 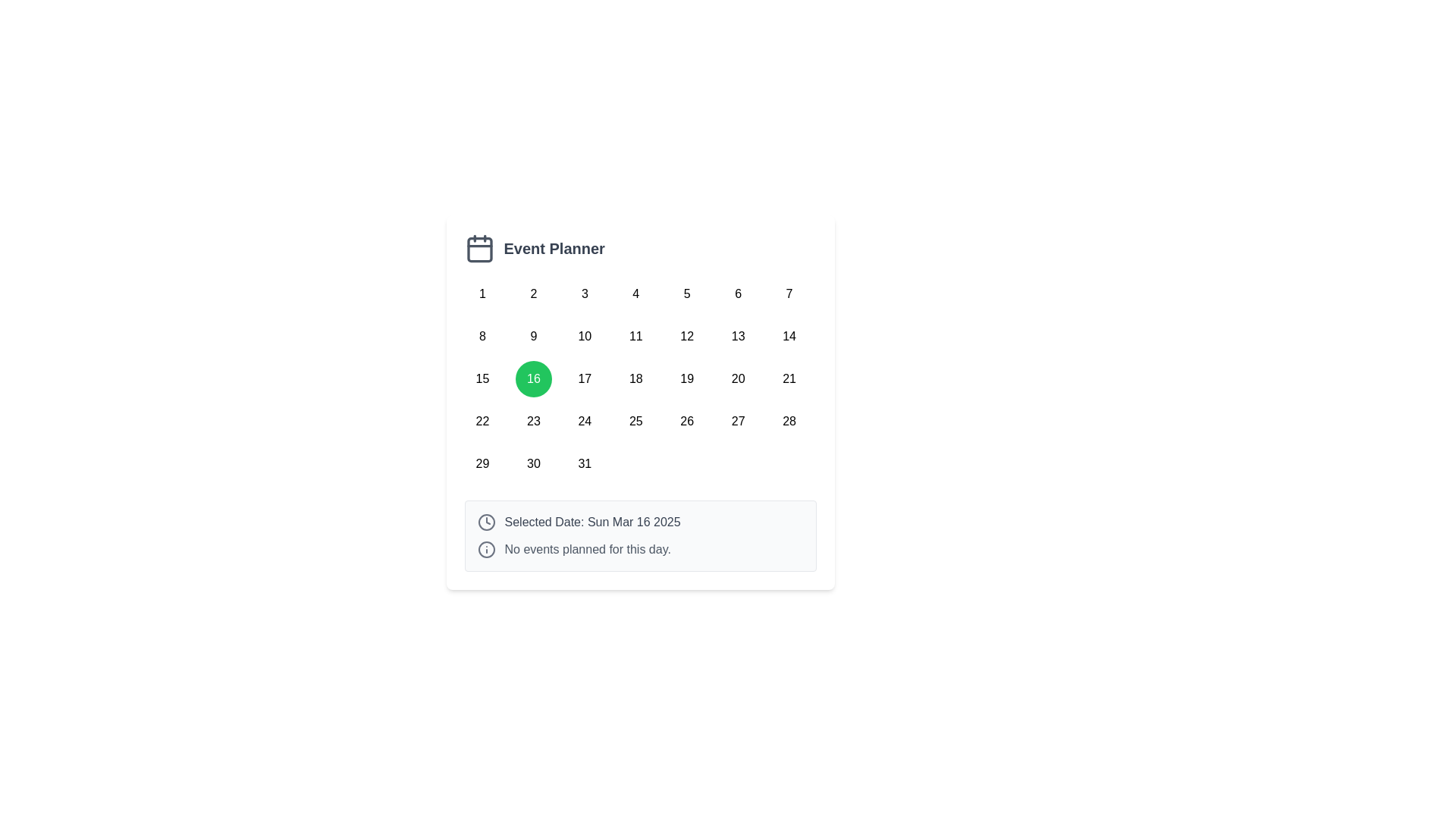 What do you see at coordinates (738, 378) in the screenshot?
I see `the button representing the 20th day of the month` at bounding box center [738, 378].